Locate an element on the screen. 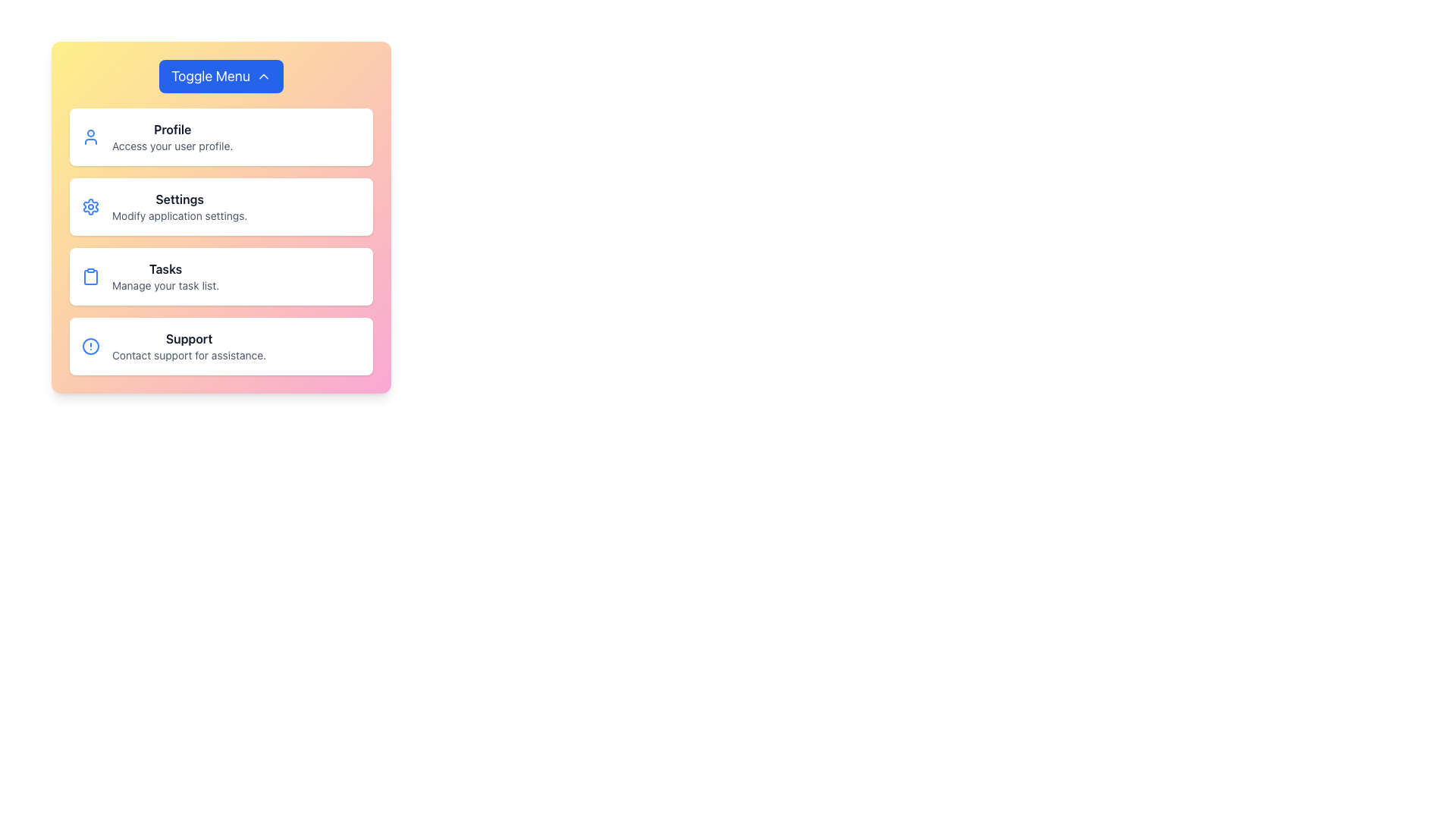  the 'Support' text label is located at coordinates (188, 338).